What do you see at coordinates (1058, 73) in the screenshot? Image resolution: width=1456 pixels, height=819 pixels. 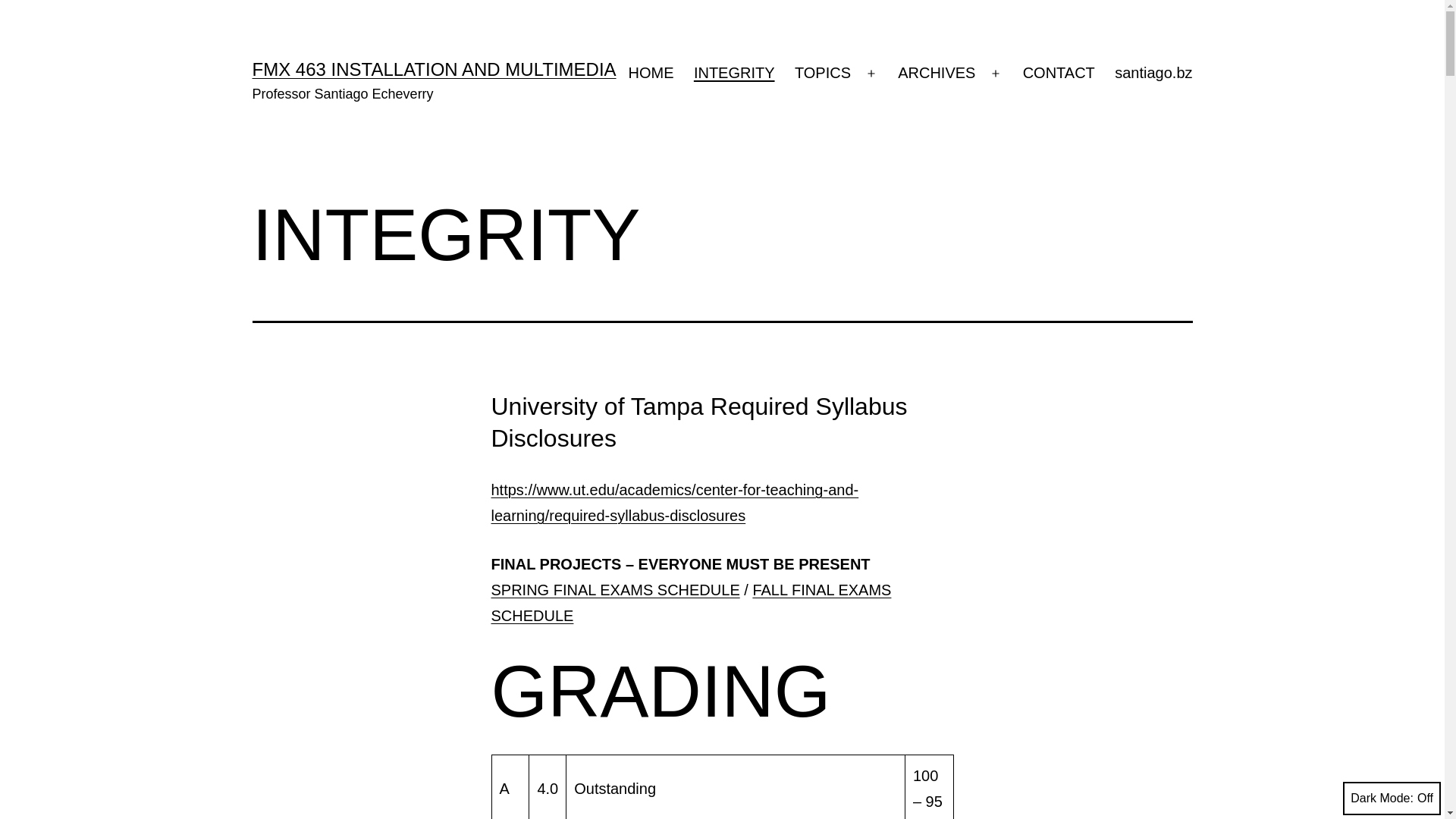 I see `'CONTACT'` at bounding box center [1058, 73].